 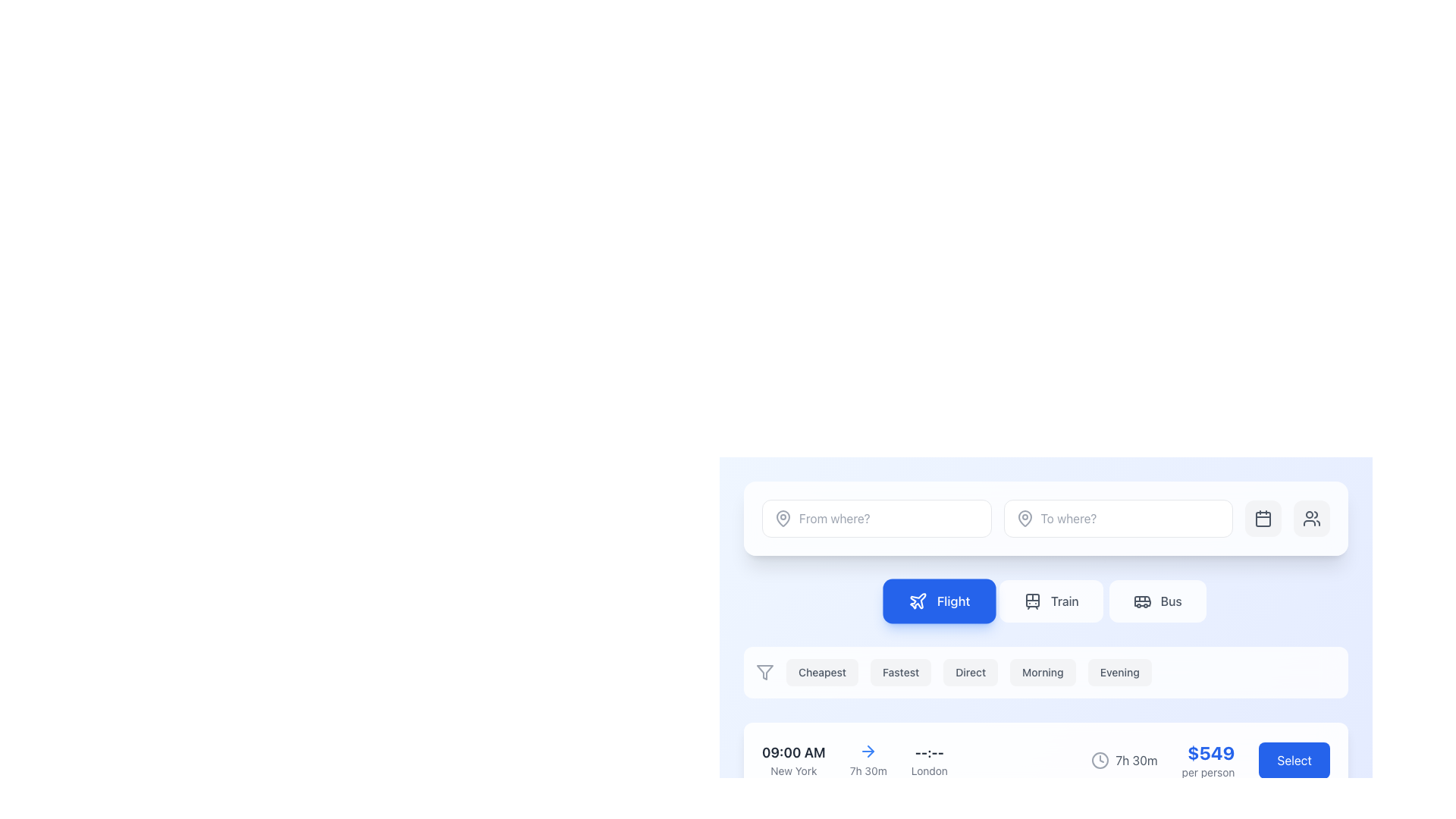 I want to click on the small gray filter icon shaped like a funnel, positioned as the first item in a horizontal list of buttons, so click(x=764, y=672).